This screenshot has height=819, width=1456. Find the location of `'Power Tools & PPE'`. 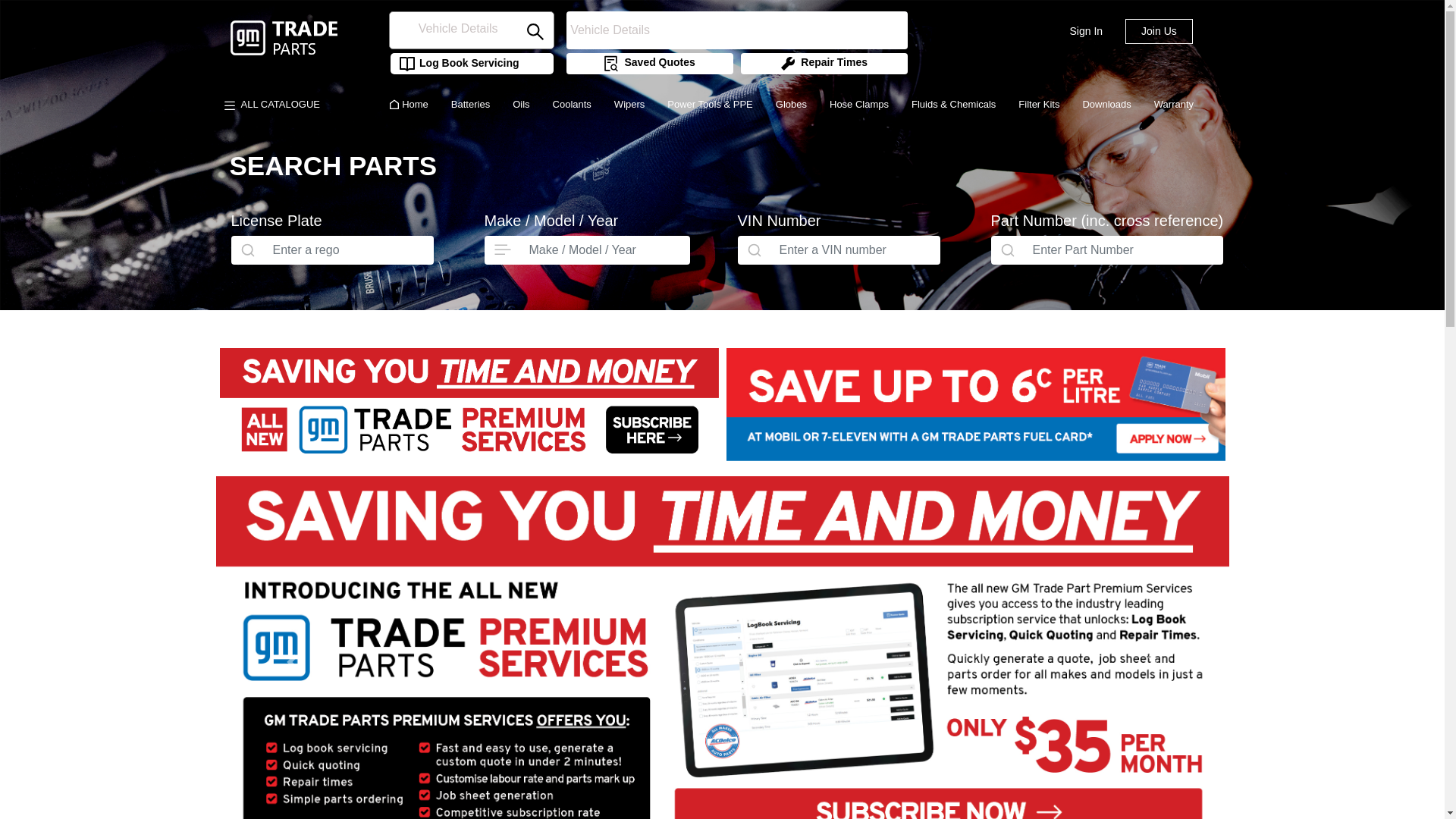

'Power Tools & PPE' is located at coordinates (709, 104).